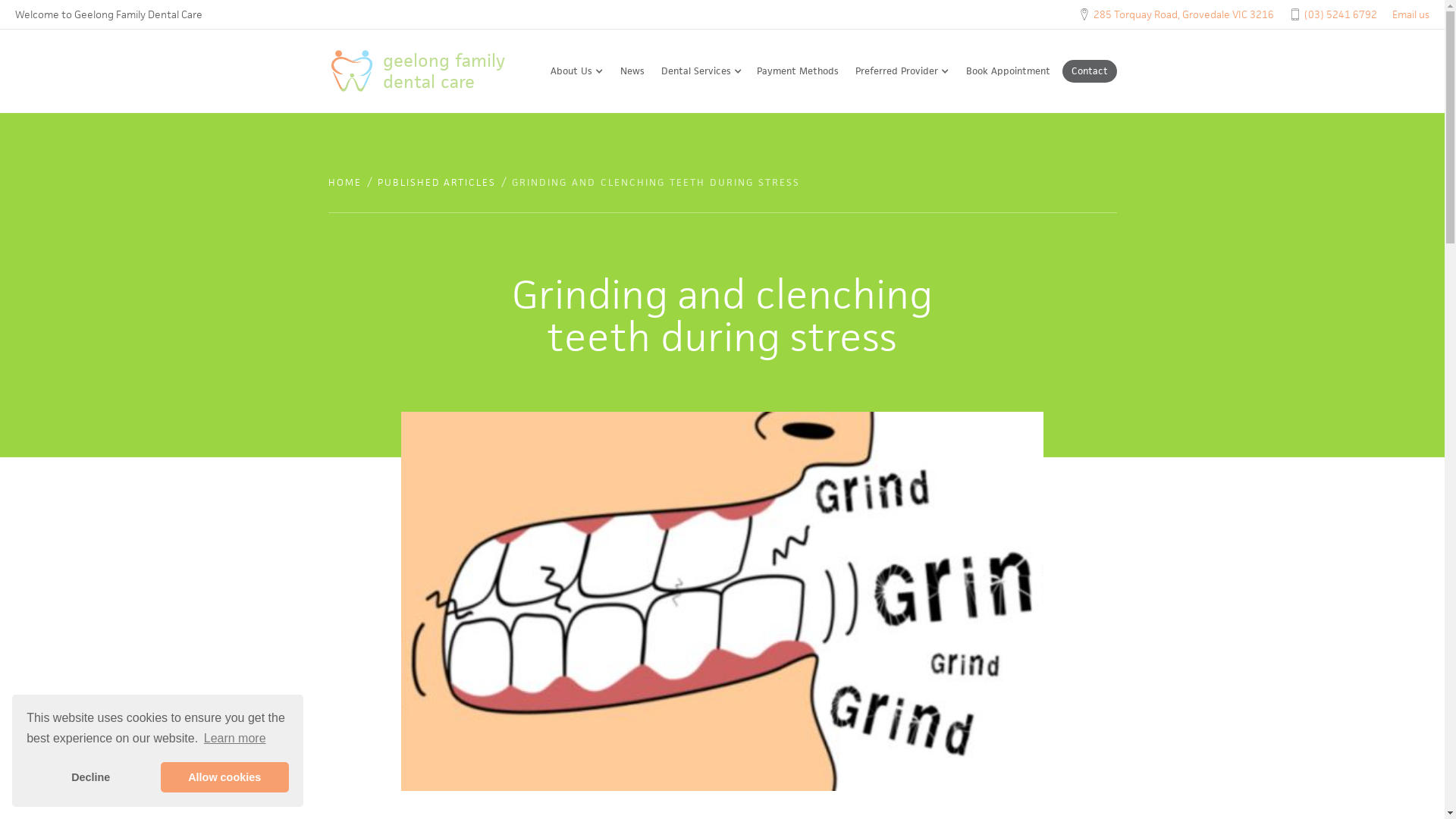  Describe the element at coordinates (436, 181) in the screenshot. I see `'PUBLISHED ARTICLES'` at that location.